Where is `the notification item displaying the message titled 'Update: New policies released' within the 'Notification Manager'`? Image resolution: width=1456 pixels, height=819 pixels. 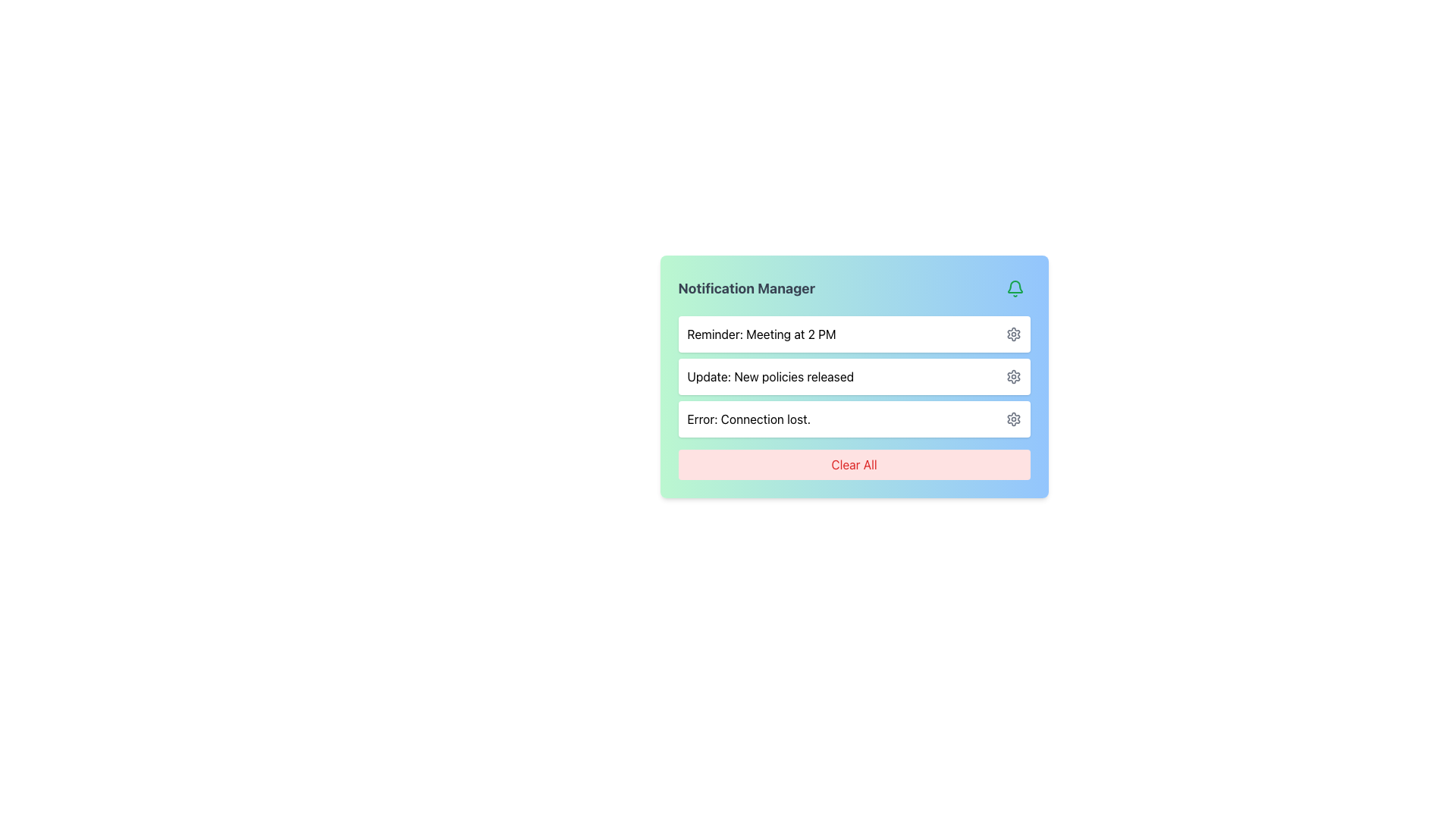 the notification item displaying the message titled 'Update: New policies released' within the 'Notification Manager' is located at coordinates (854, 376).